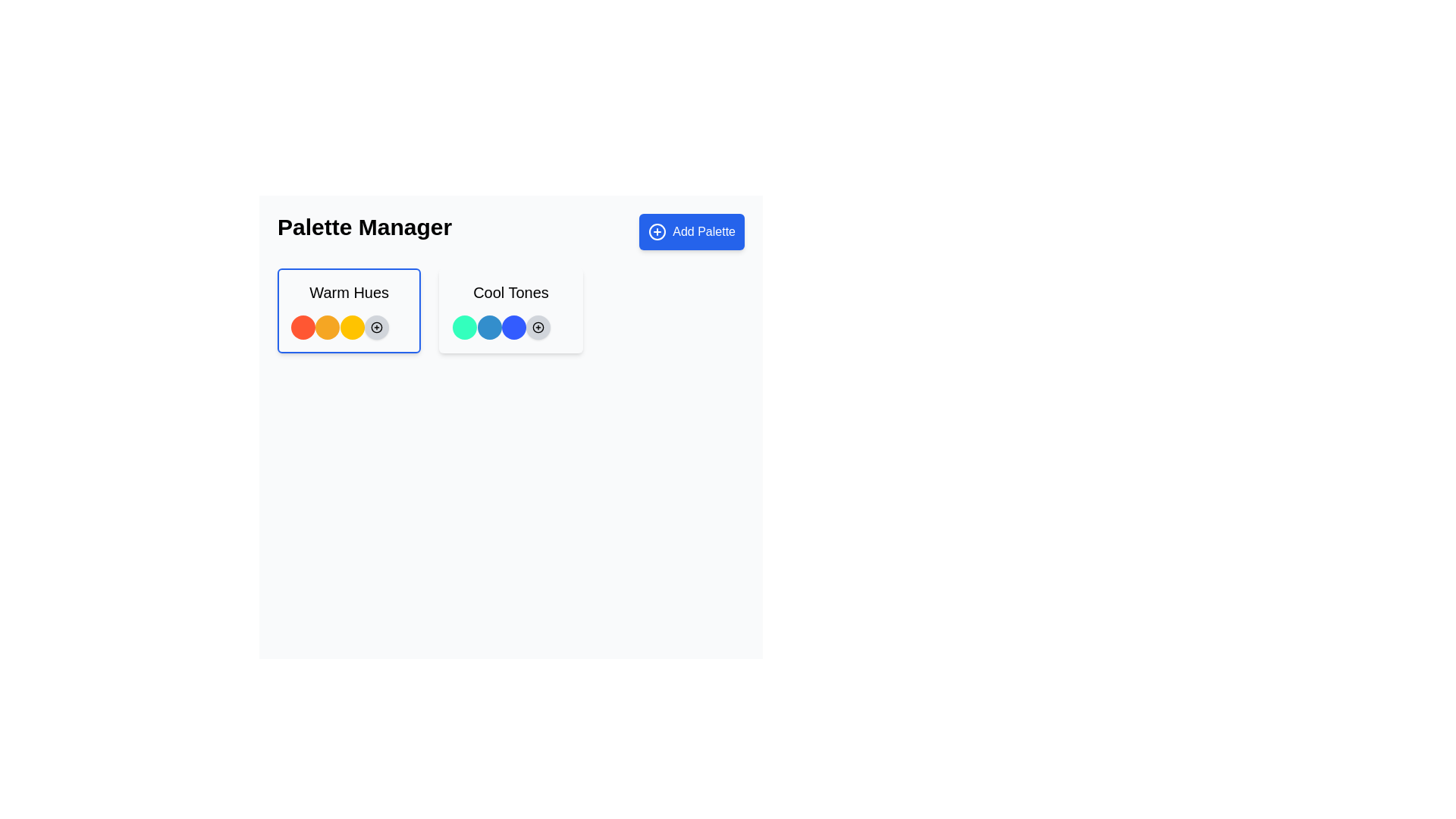 The width and height of the screenshot is (1456, 819). I want to click on the 'Warm Hues' color palette card in the 'Palette Manager' interface, so click(348, 309).